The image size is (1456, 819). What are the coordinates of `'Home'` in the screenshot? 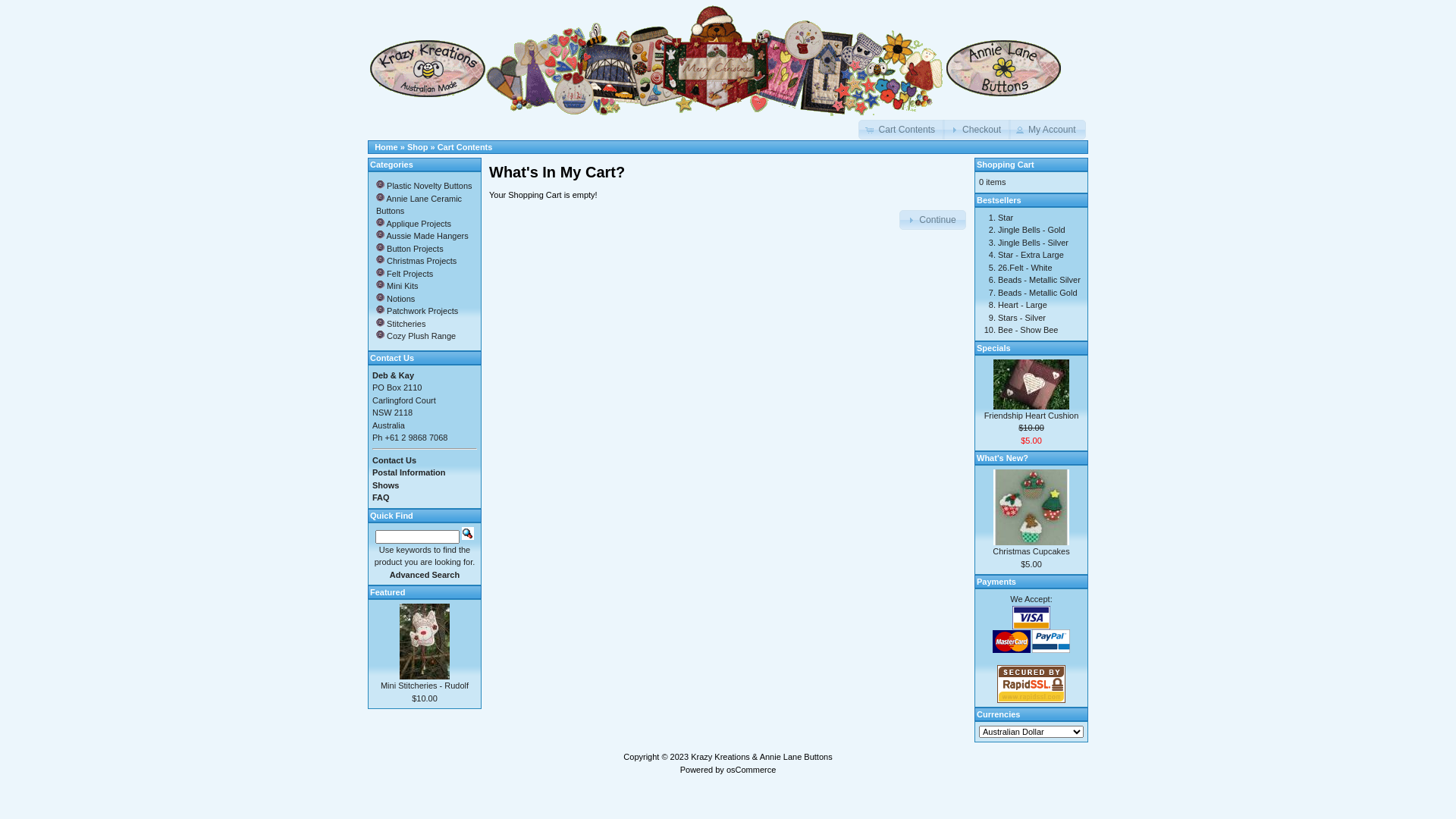 It's located at (386, 146).